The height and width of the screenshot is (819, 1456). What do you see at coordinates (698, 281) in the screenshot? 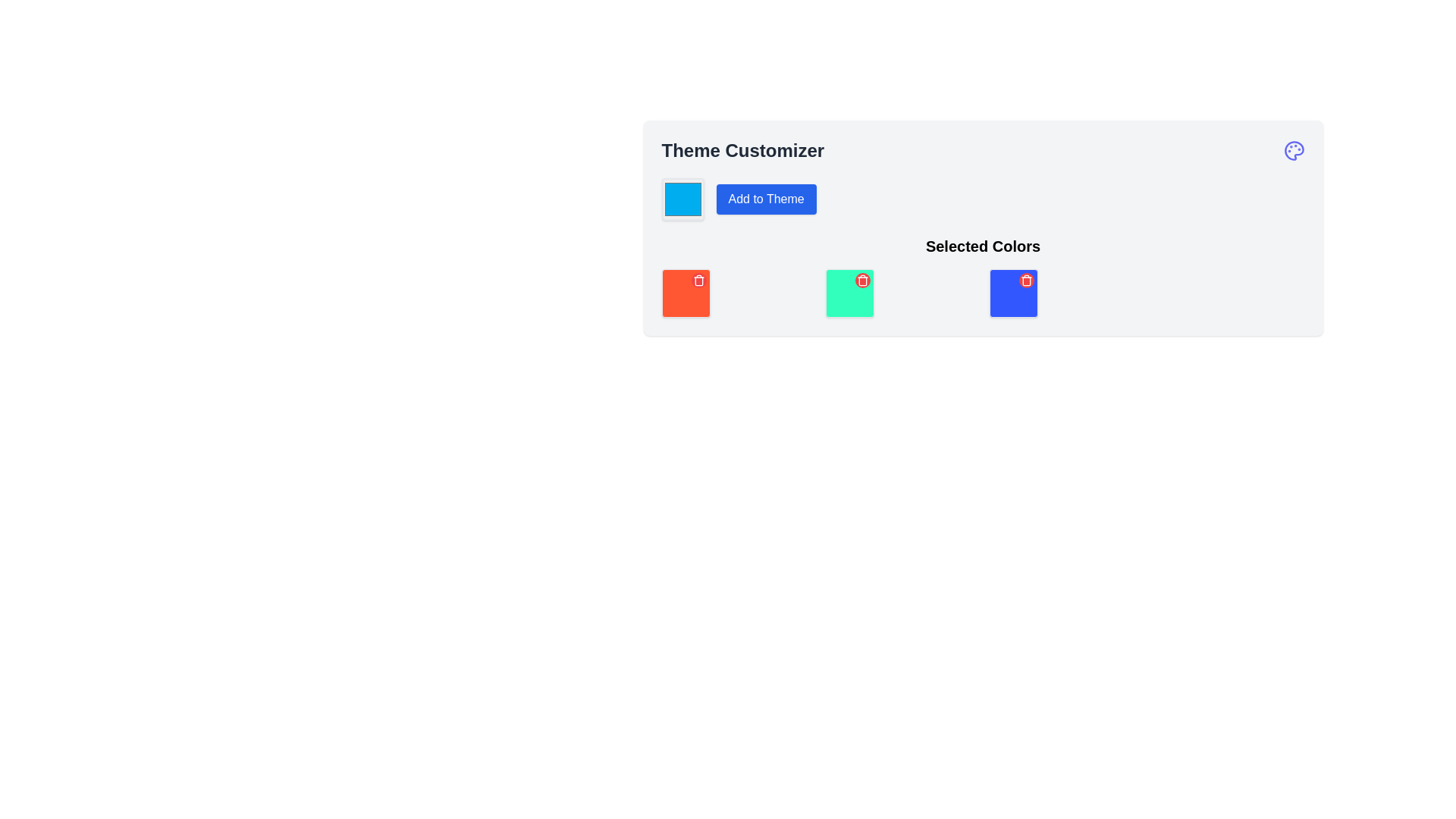
I see `the delete action button represented by a trash icon, which is a small circular button with a red background located at the top-right corner of the blue square in the 'Selected Colors' section` at bounding box center [698, 281].